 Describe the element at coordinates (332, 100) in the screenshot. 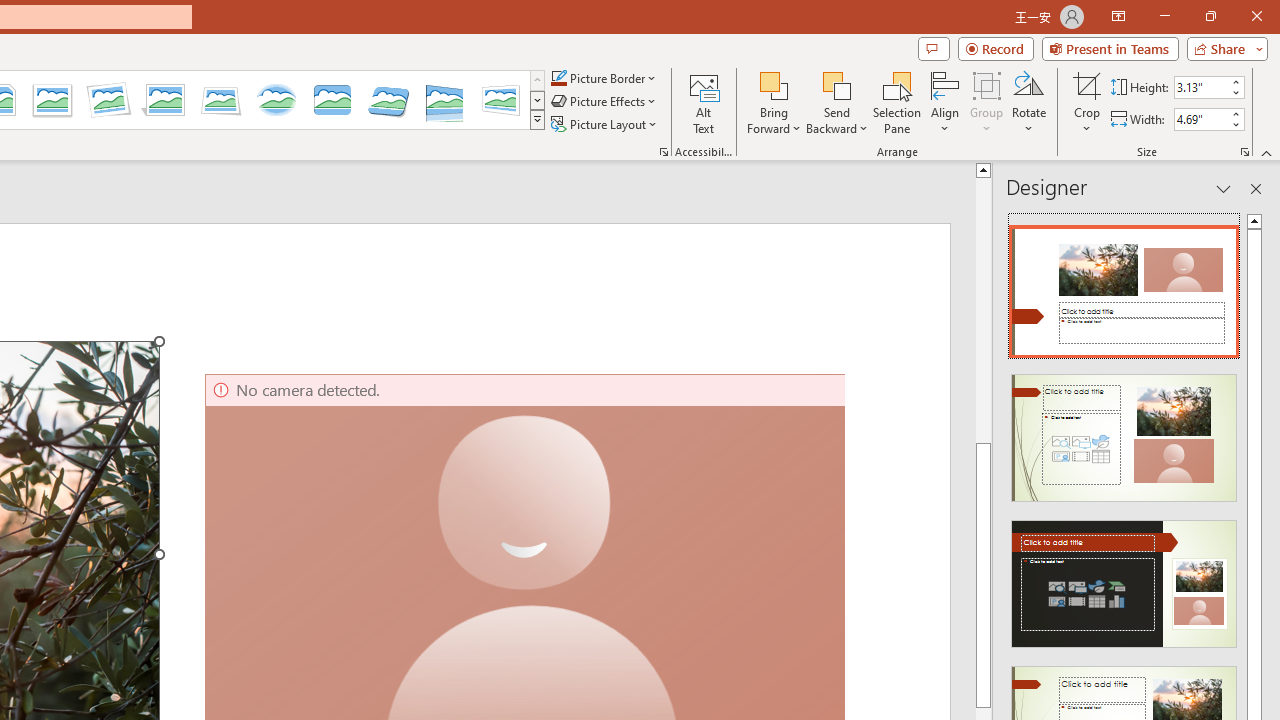

I see `'Bevel Rectangle'` at that location.